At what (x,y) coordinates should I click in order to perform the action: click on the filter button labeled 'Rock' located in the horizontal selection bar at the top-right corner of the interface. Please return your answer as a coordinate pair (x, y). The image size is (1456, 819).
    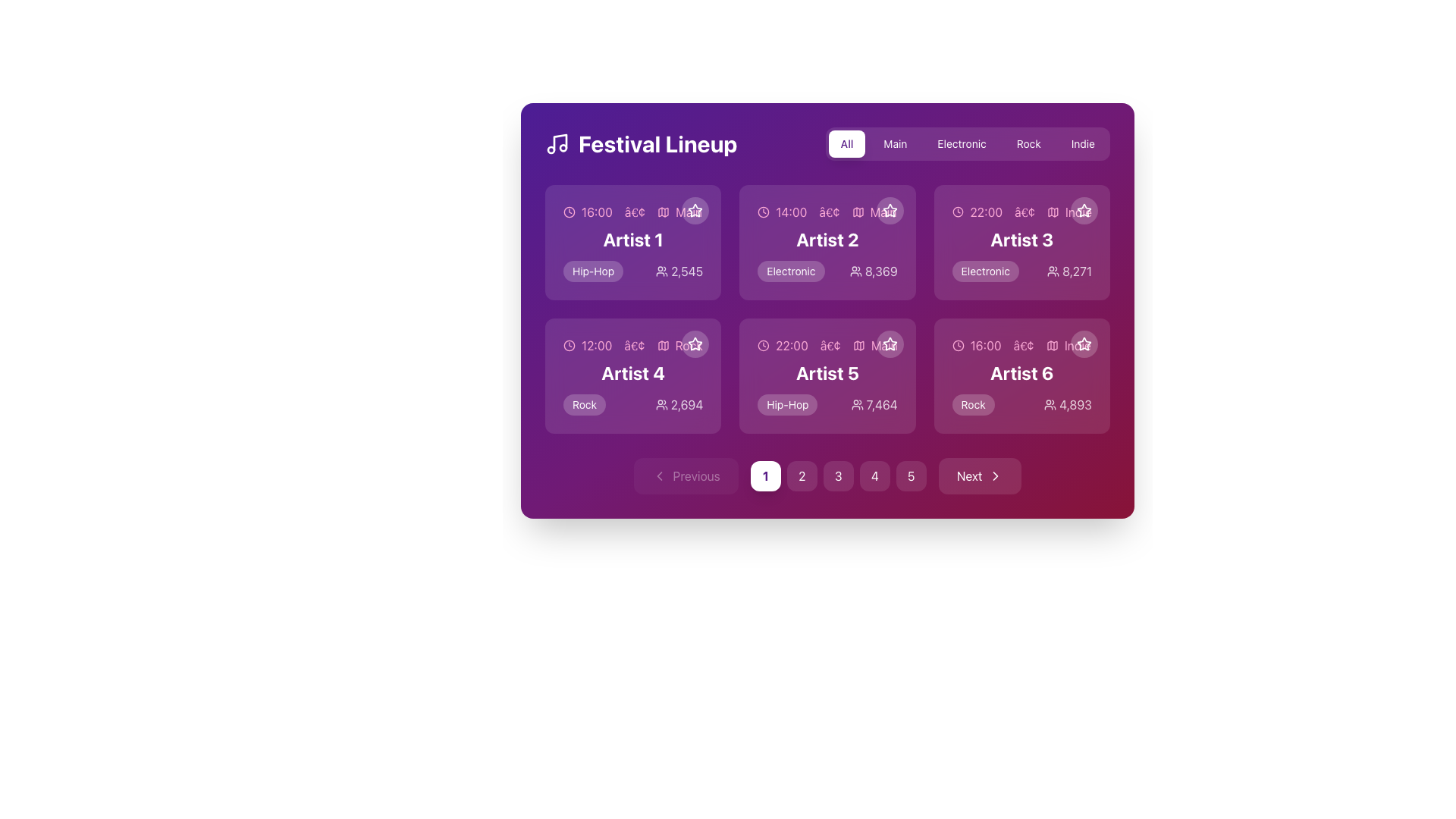
    Looking at the image, I should click on (1028, 143).